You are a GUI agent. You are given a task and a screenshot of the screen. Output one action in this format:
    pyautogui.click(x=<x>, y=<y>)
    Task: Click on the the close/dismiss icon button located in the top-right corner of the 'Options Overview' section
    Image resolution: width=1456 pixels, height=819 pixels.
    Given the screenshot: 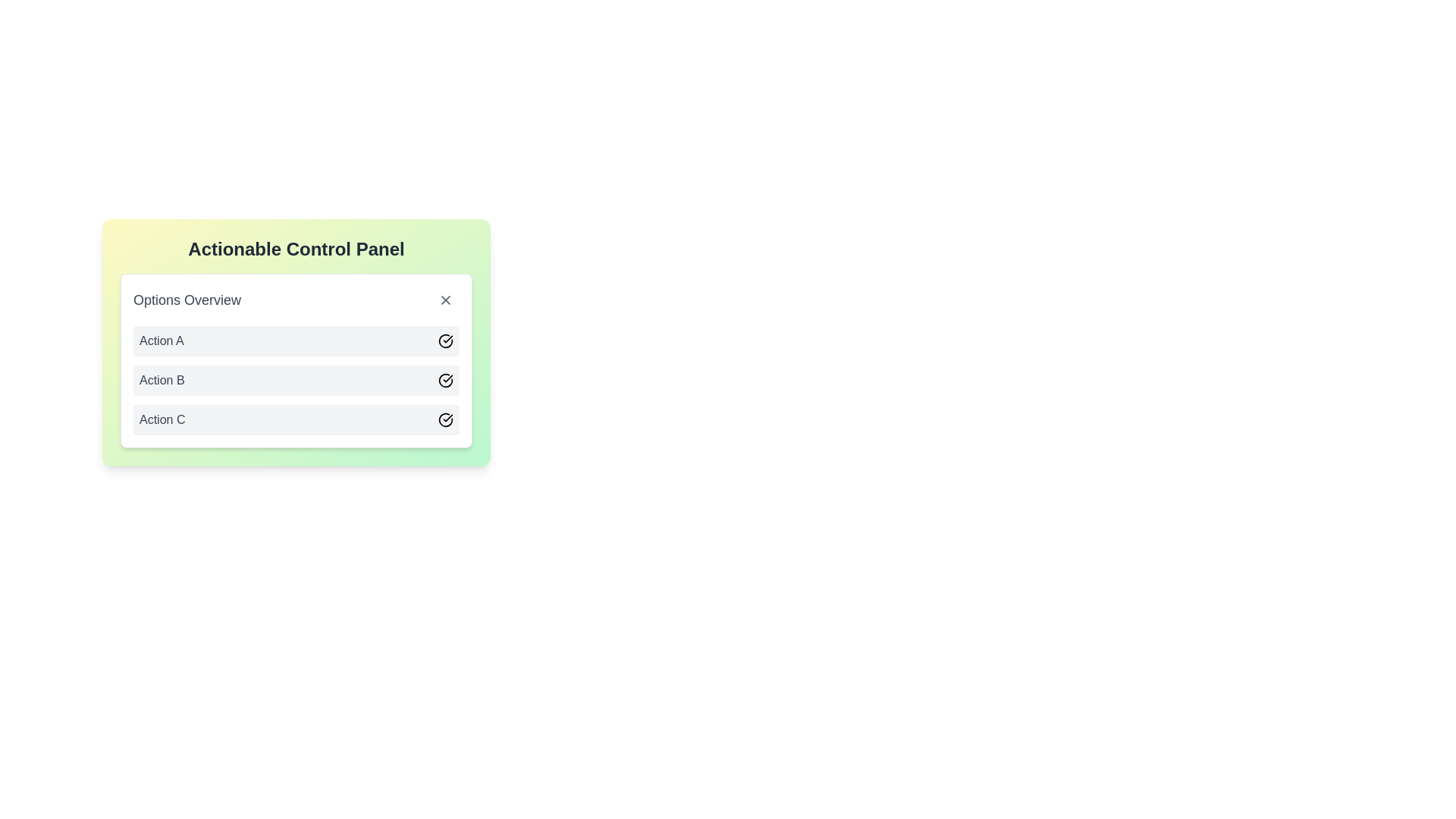 What is the action you would take?
    pyautogui.click(x=445, y=300)
    